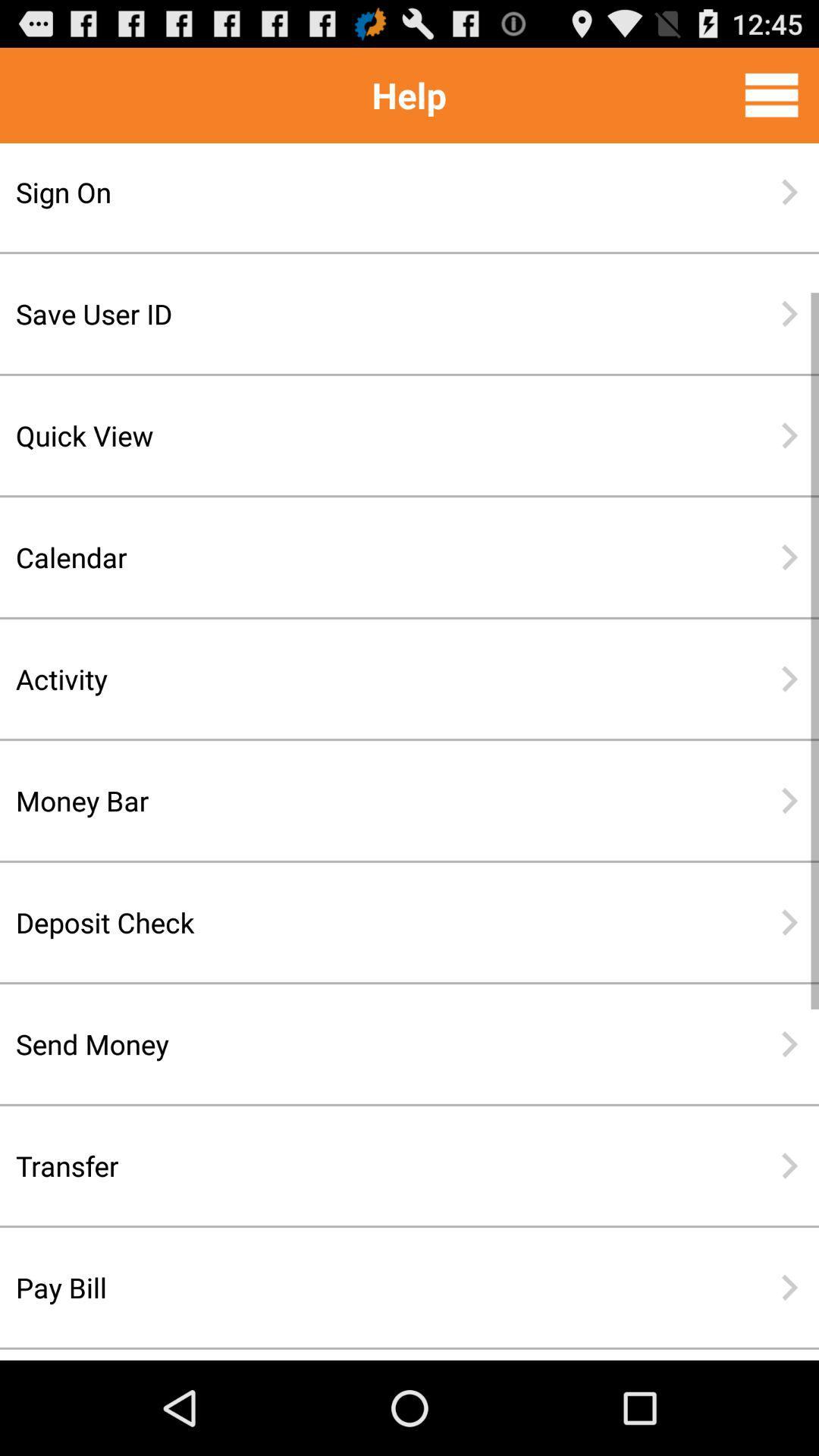 The width and height of the screenshot is (819, 1456). I want to click on item next to pay bill, so click(789, 1287).